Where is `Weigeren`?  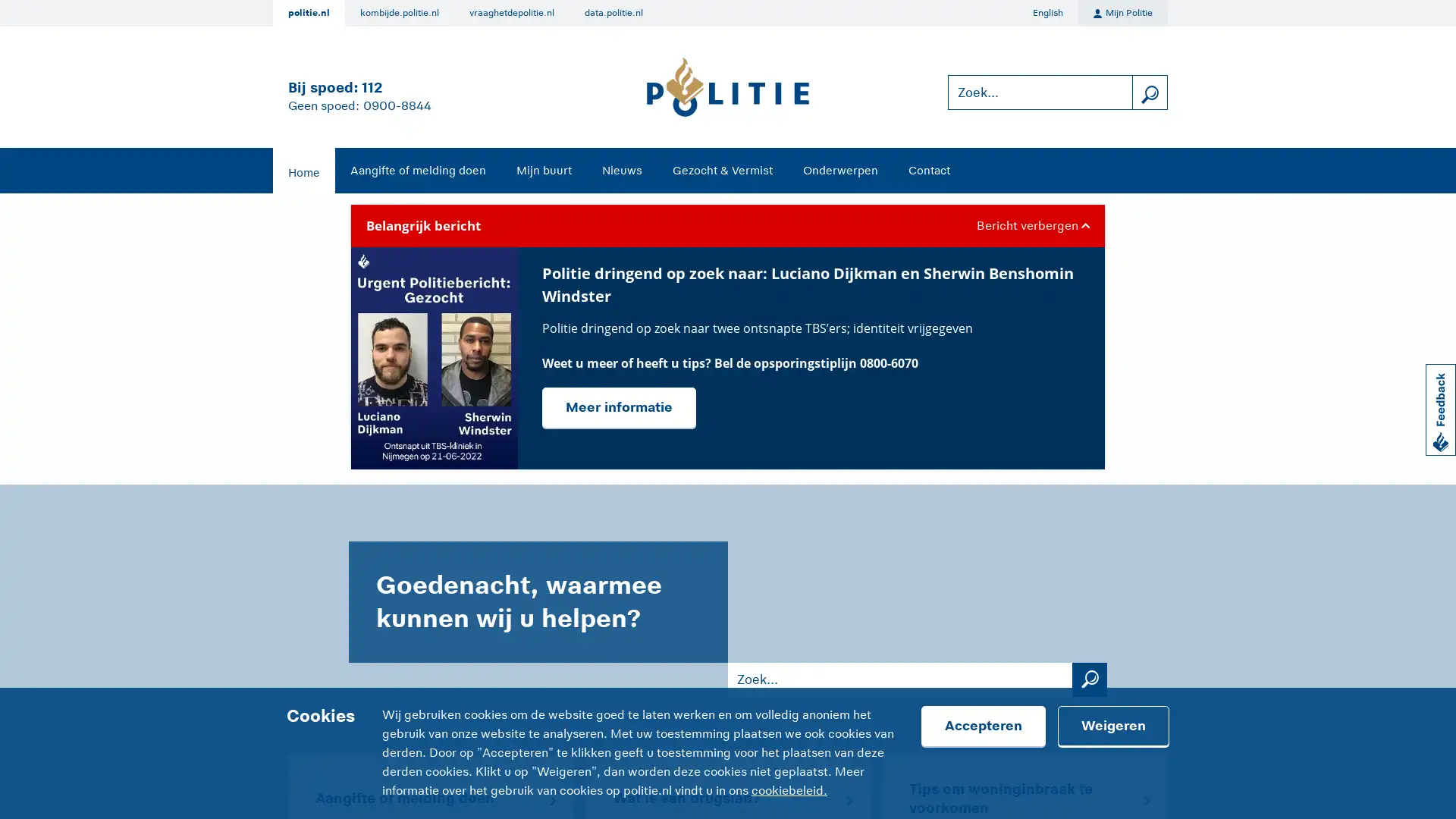 Weigeren is located at coordinates (1113, 725).